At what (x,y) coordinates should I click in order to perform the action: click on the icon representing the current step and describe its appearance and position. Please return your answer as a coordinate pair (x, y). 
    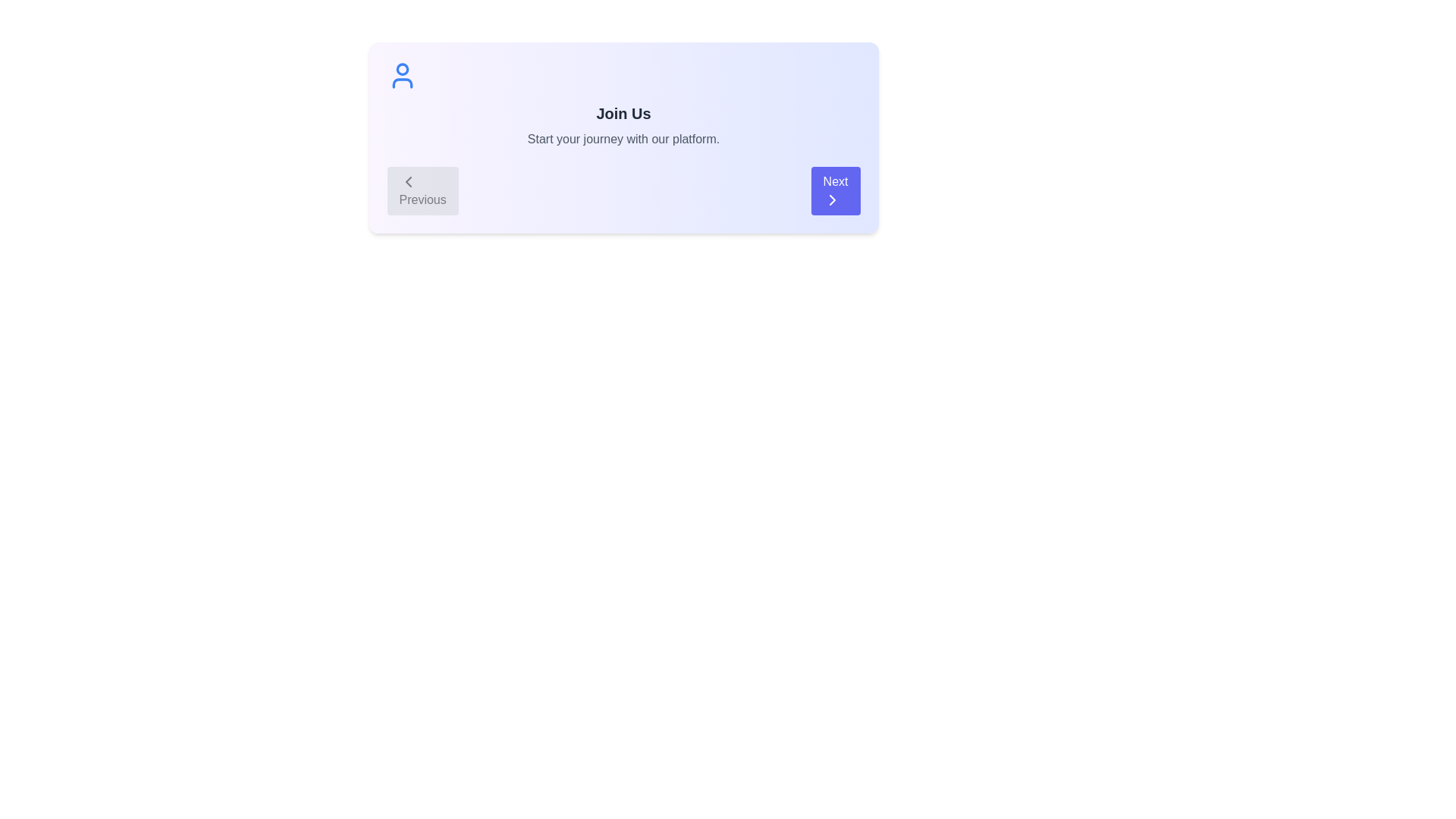
    Looking at the image, I should click on (402, 76).